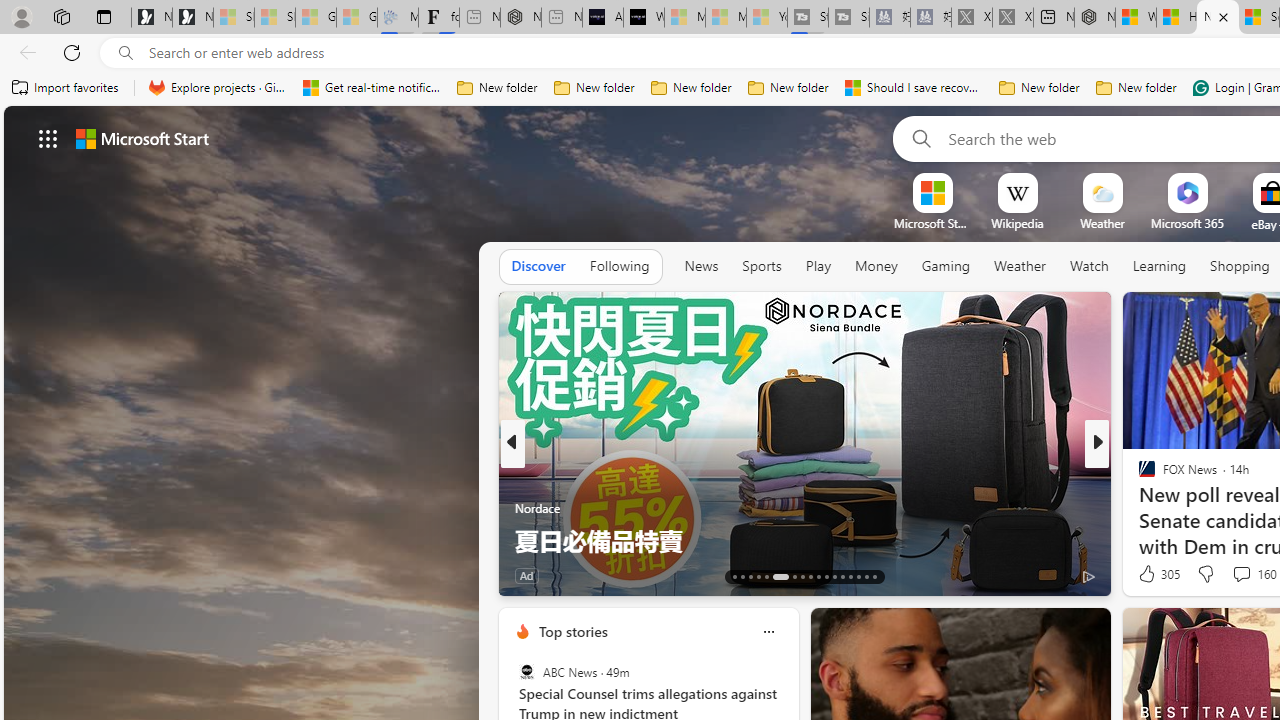  What do you see at coordinates (192, 17) in the screenshot?
I see `'Newsletter Sign Up'` at bounding box center [192, 17].